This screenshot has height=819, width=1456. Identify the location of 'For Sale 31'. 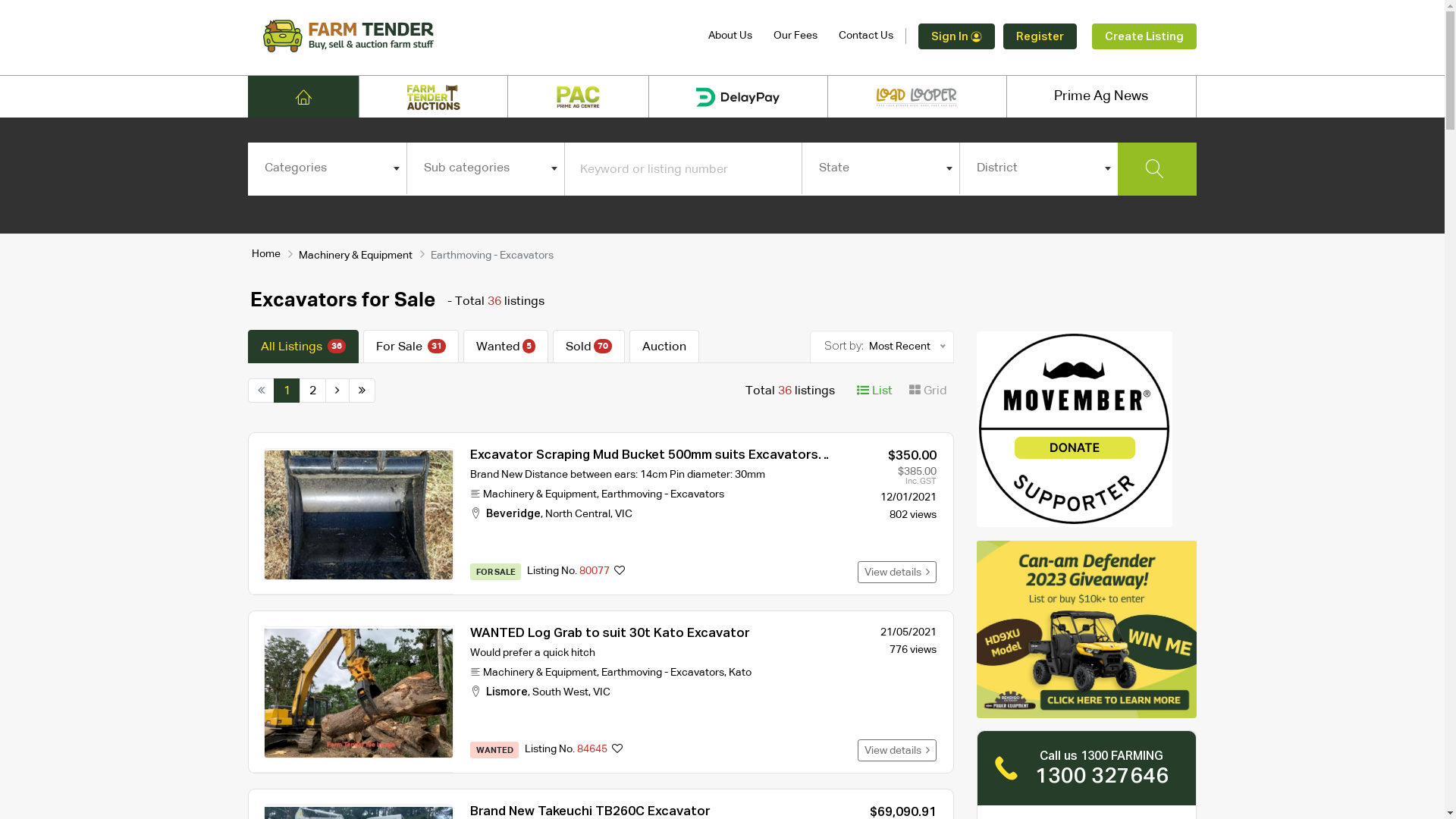
(411, 346).